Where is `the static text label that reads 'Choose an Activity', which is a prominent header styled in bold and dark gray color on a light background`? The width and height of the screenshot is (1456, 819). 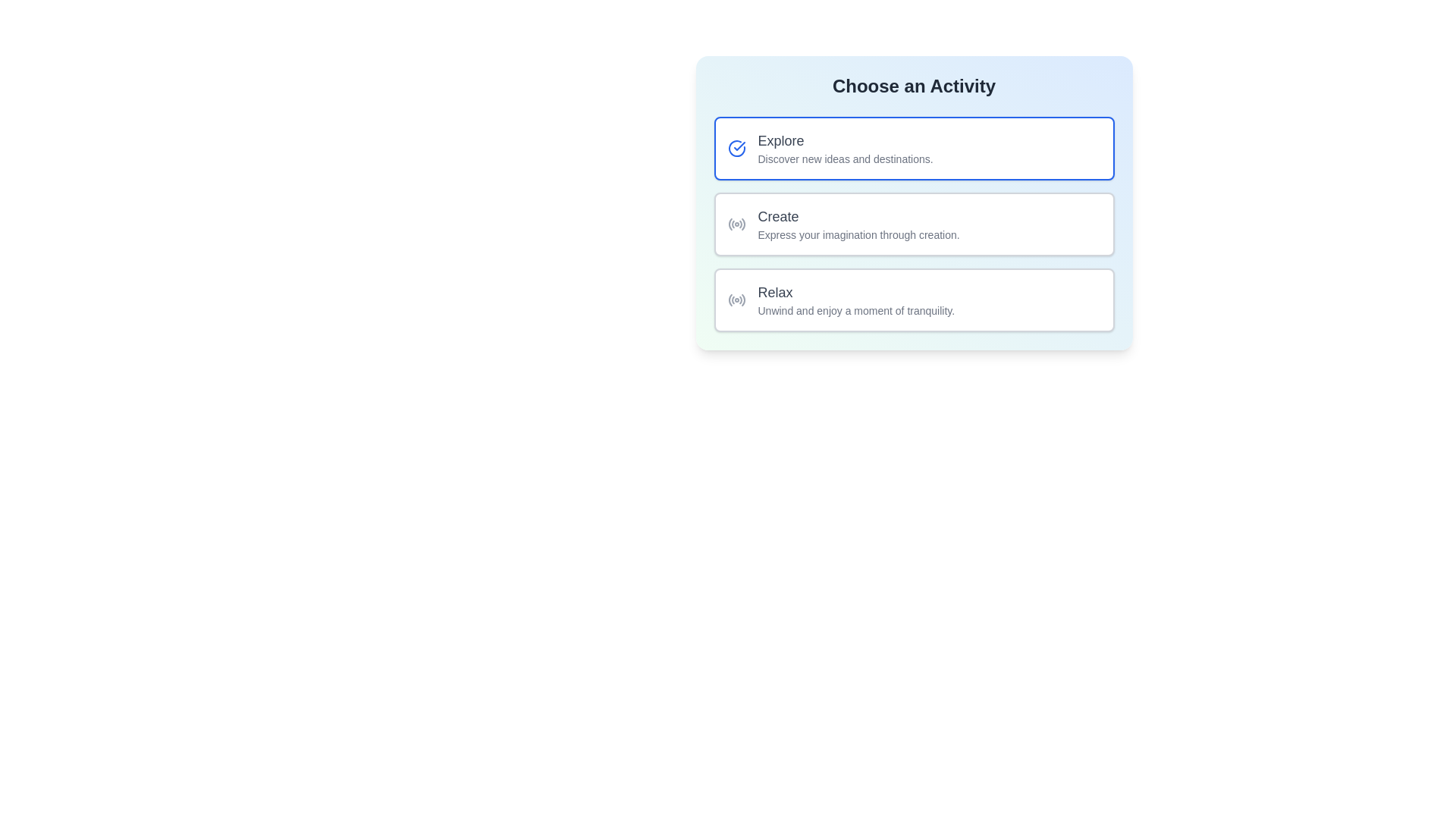
the static text label that reads 'Choose an Activity', which is a prominent header styled in bold and dark gray color on a light background is located at coordinates (913, 86).